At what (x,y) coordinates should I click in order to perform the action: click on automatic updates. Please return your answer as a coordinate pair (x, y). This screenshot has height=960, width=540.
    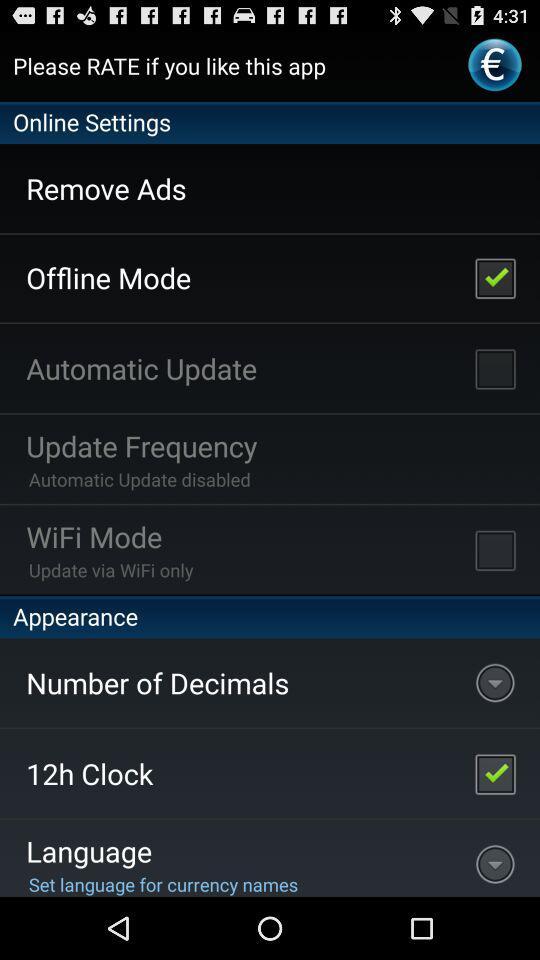
    Looking at the image, I should click on (494, 367).